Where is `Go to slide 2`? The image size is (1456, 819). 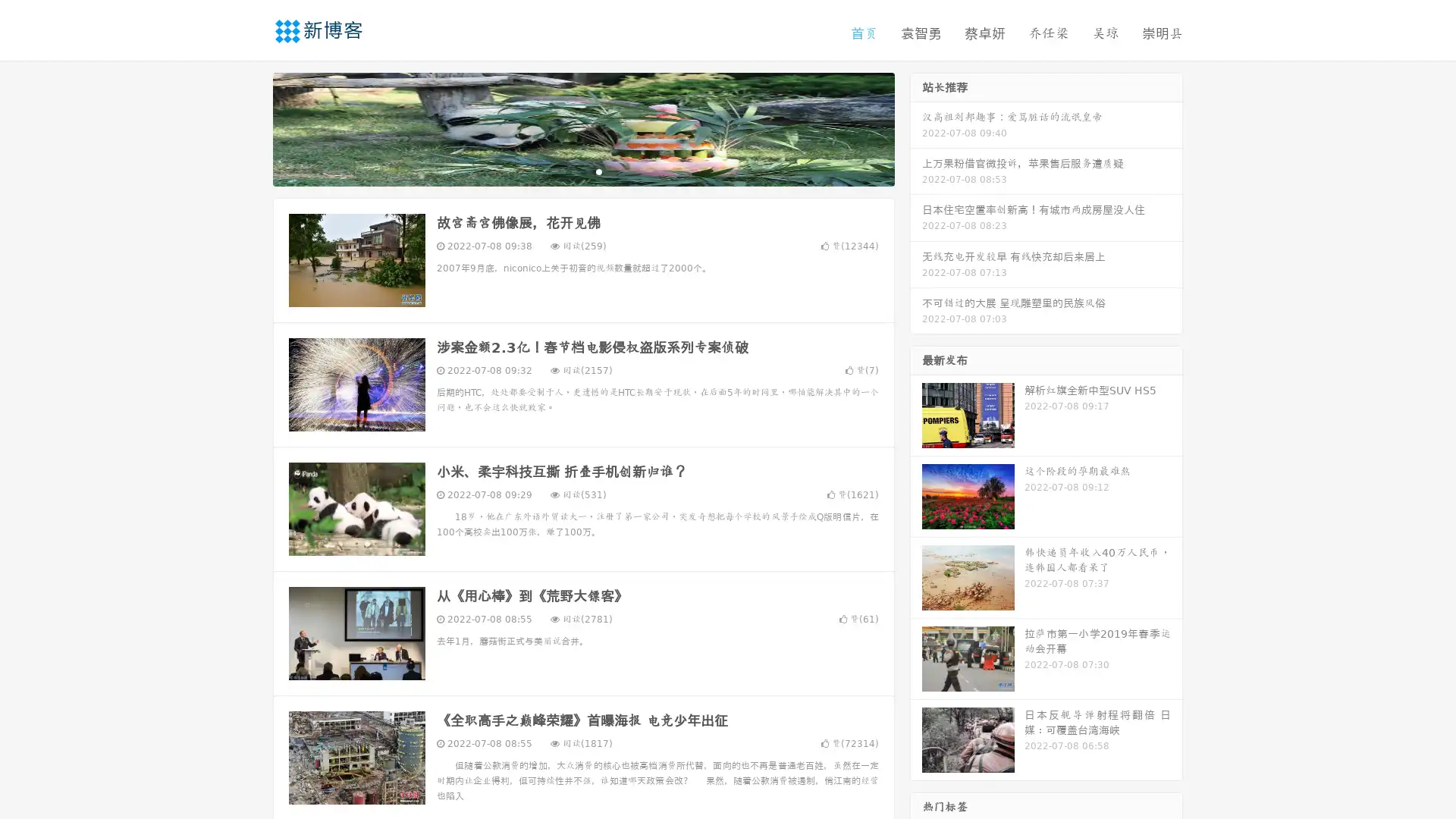
Go to slide 2 is located at coordinates (582, 171).